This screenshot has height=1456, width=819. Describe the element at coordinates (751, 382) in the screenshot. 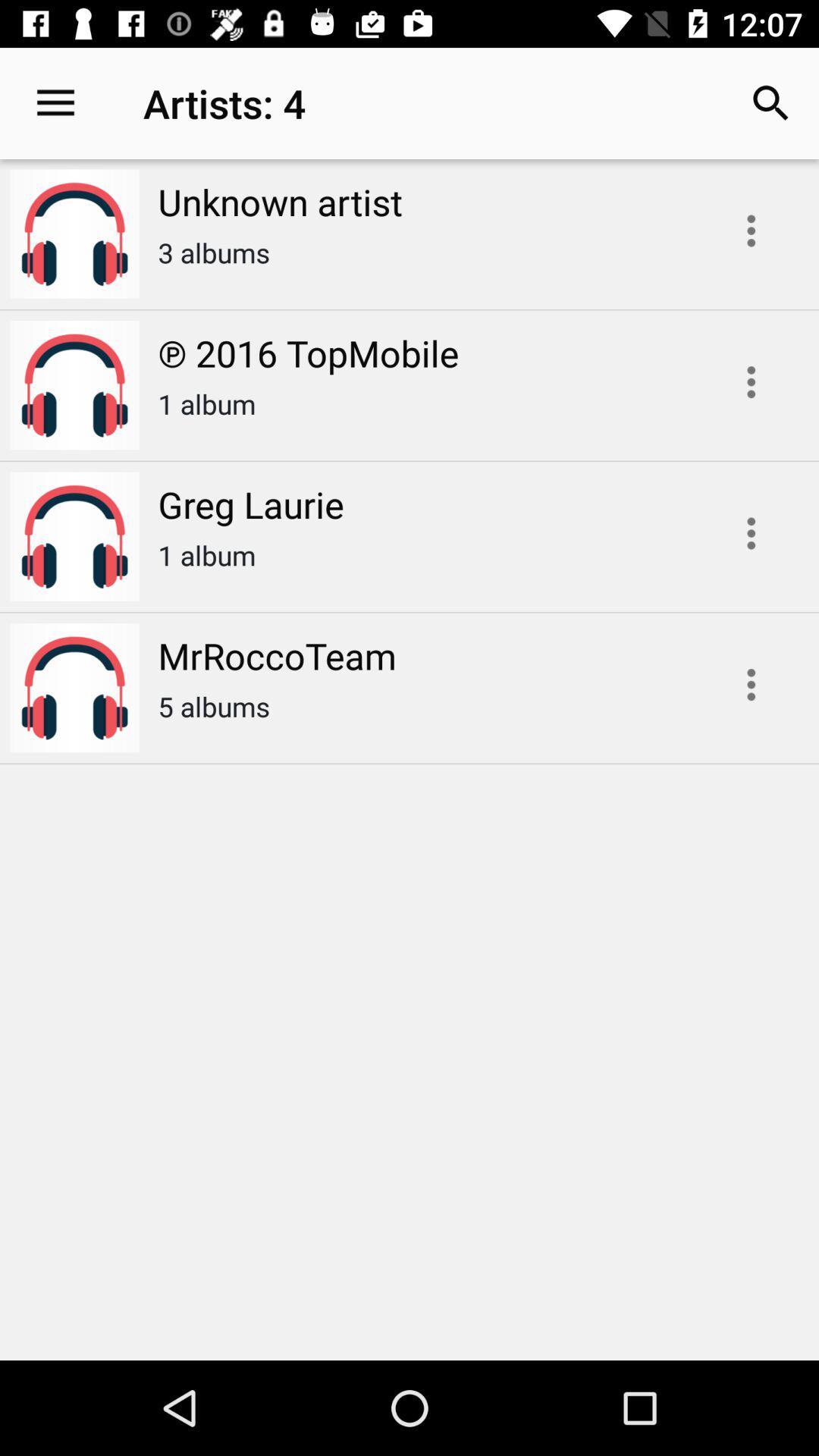

I see `check playlist` at that location.